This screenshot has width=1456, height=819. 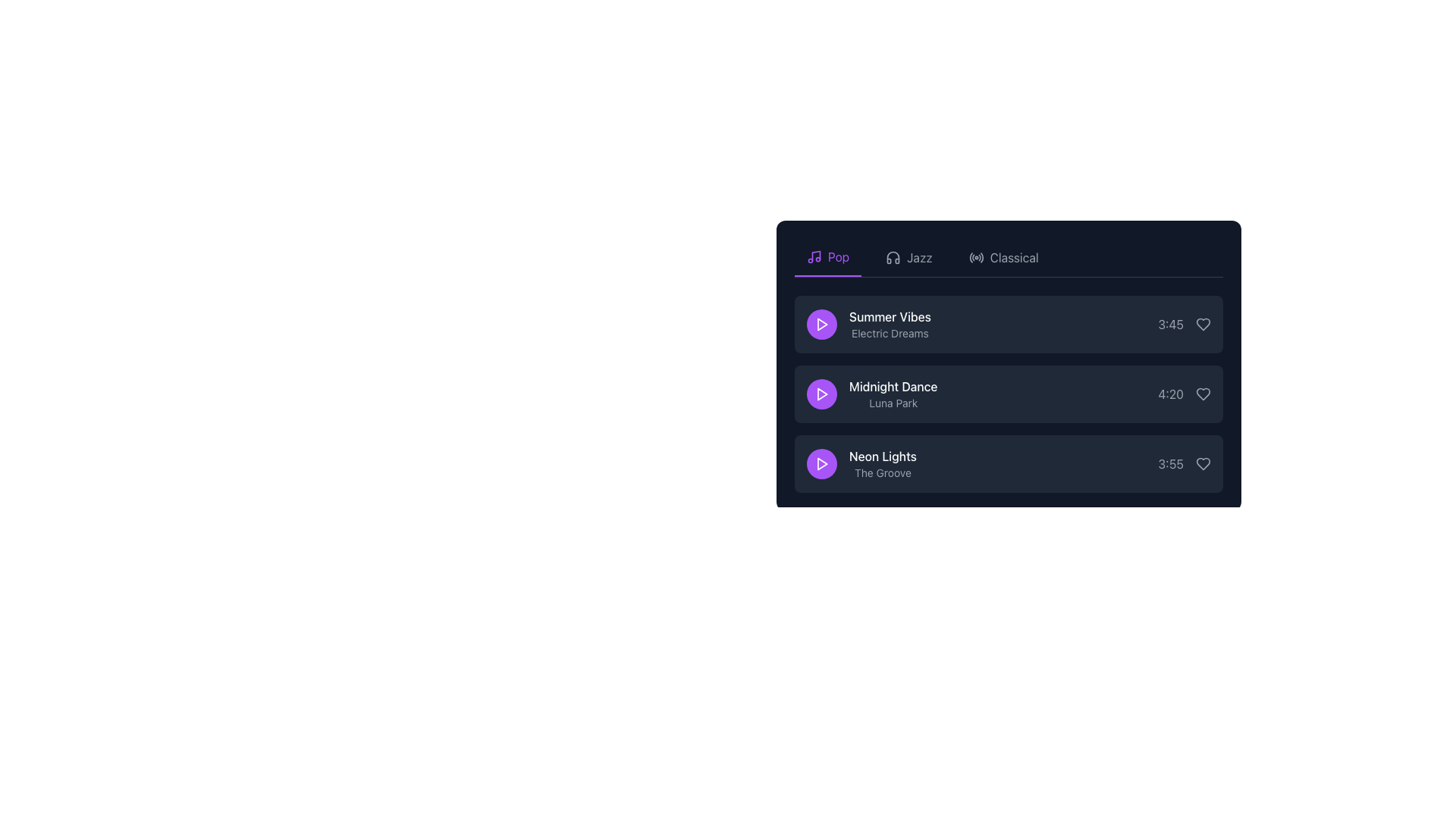 I want to click on the music note icon with a purple outline located in the top-left corner of the 'Pop' tab, adjacent to the 'Pop' text, so click(x=814, y=256).